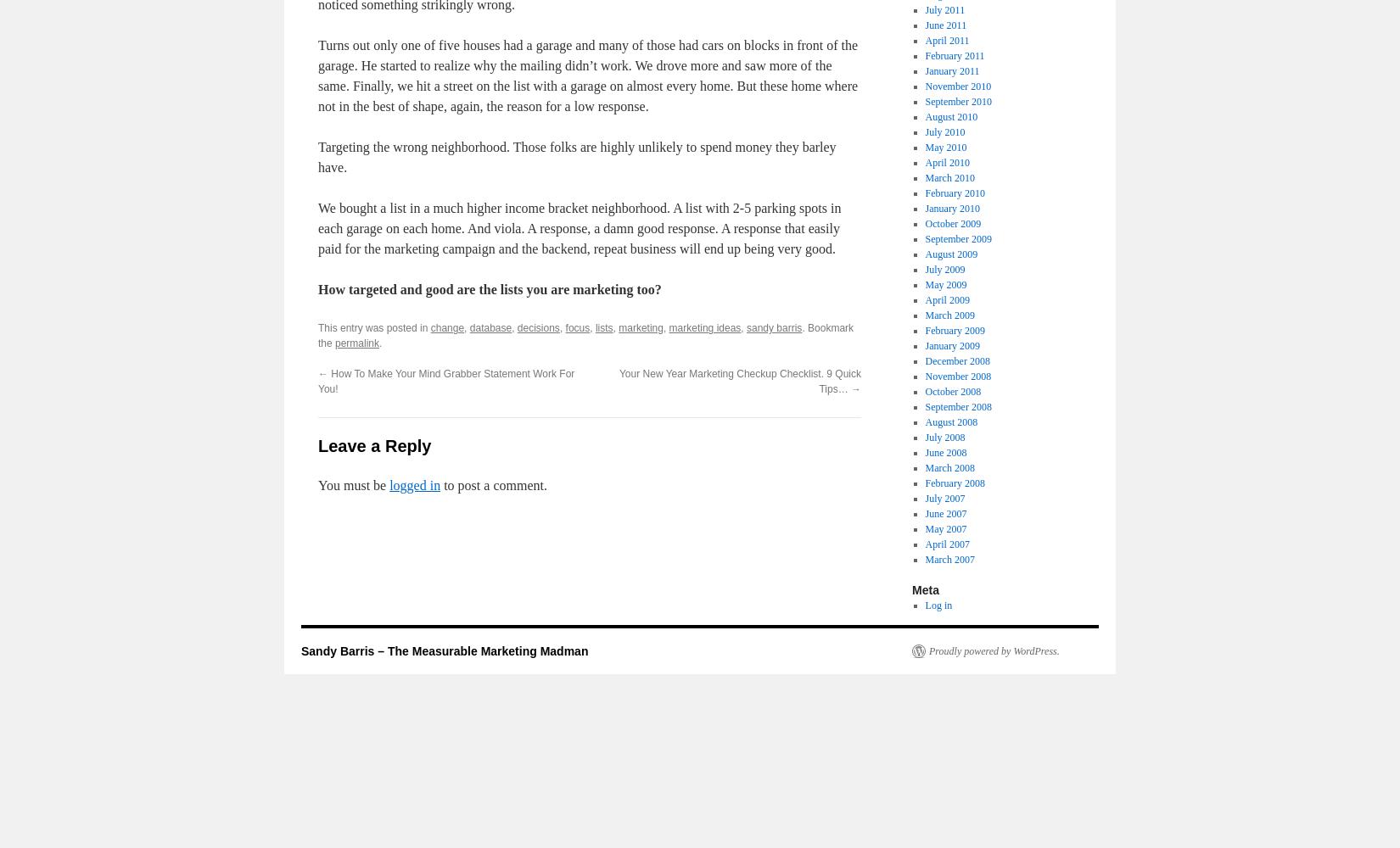 The width and height of the screenshot is (1400, 848). What do you see at coordinates (957, 101) in the screenshot?
I see `'September 2010'` at bounding box center [957, 101].